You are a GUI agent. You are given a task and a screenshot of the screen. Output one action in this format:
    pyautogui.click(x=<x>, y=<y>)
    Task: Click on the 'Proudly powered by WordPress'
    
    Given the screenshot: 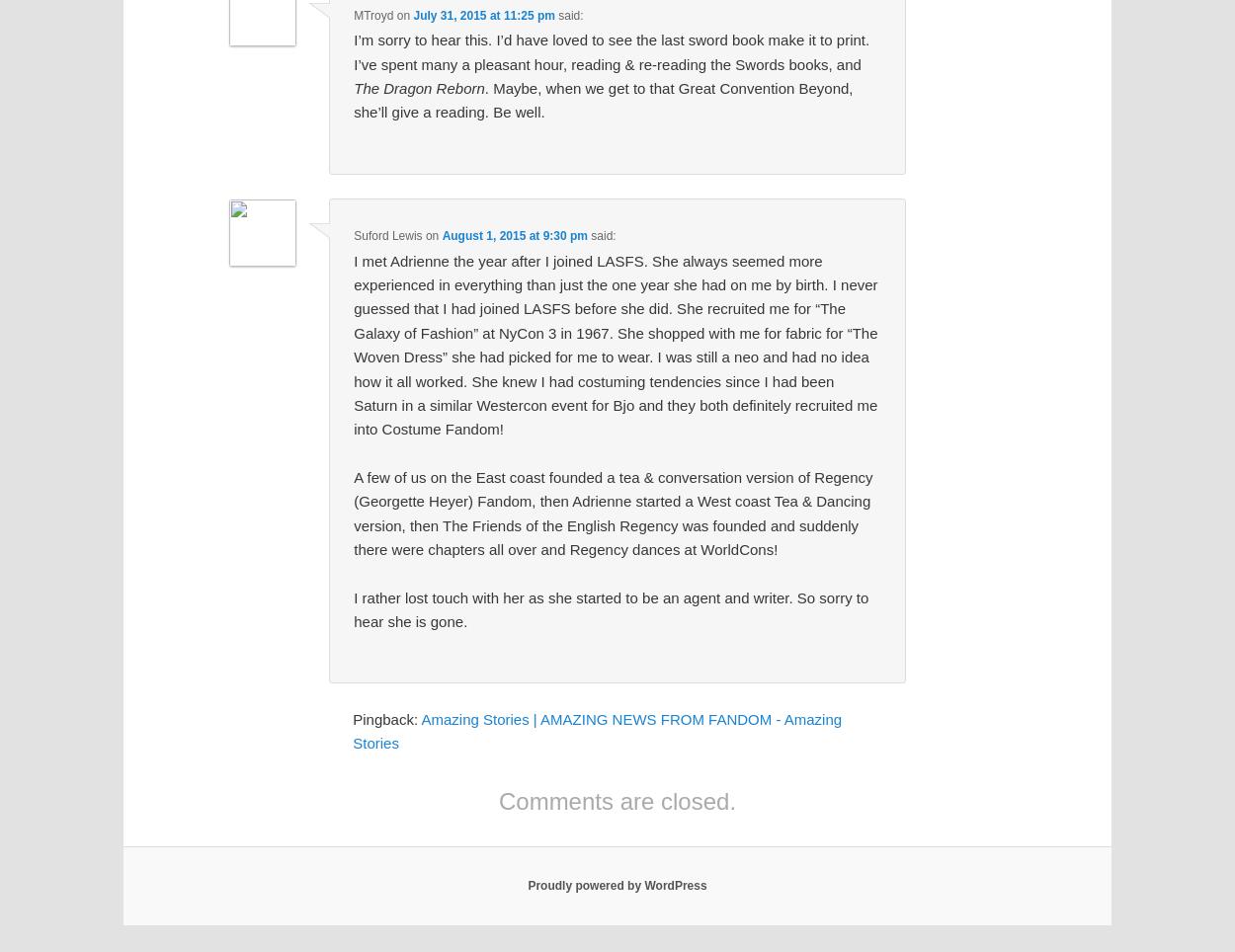 What is the action you would take?
    pyautogui.click(x=528, y=885)
    